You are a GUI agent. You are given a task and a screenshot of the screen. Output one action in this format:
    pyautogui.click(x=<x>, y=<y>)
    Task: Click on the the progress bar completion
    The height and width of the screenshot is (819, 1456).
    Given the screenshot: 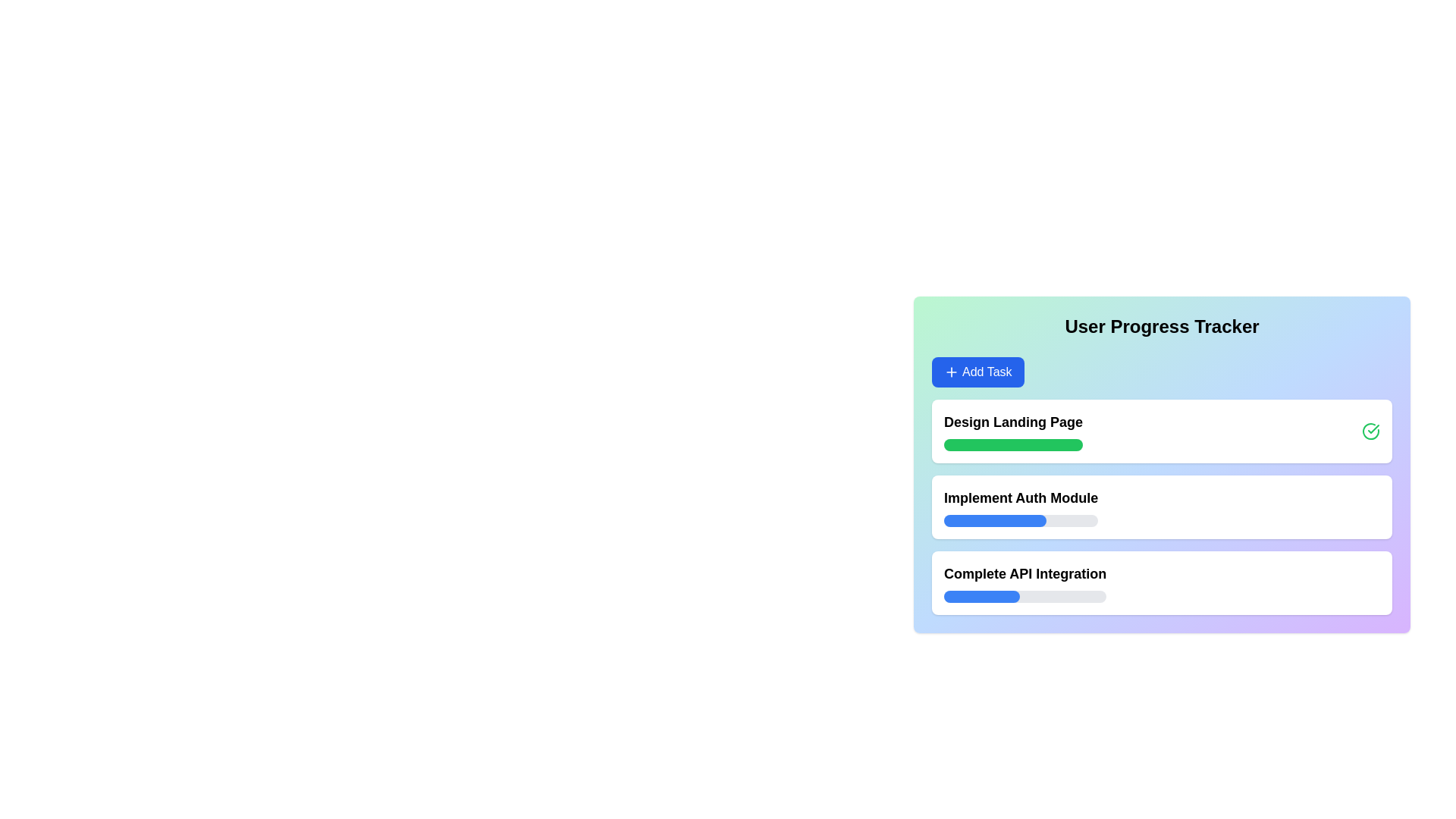 What is the action you would take?
    pyautogui.click(x=946, y=595)
    